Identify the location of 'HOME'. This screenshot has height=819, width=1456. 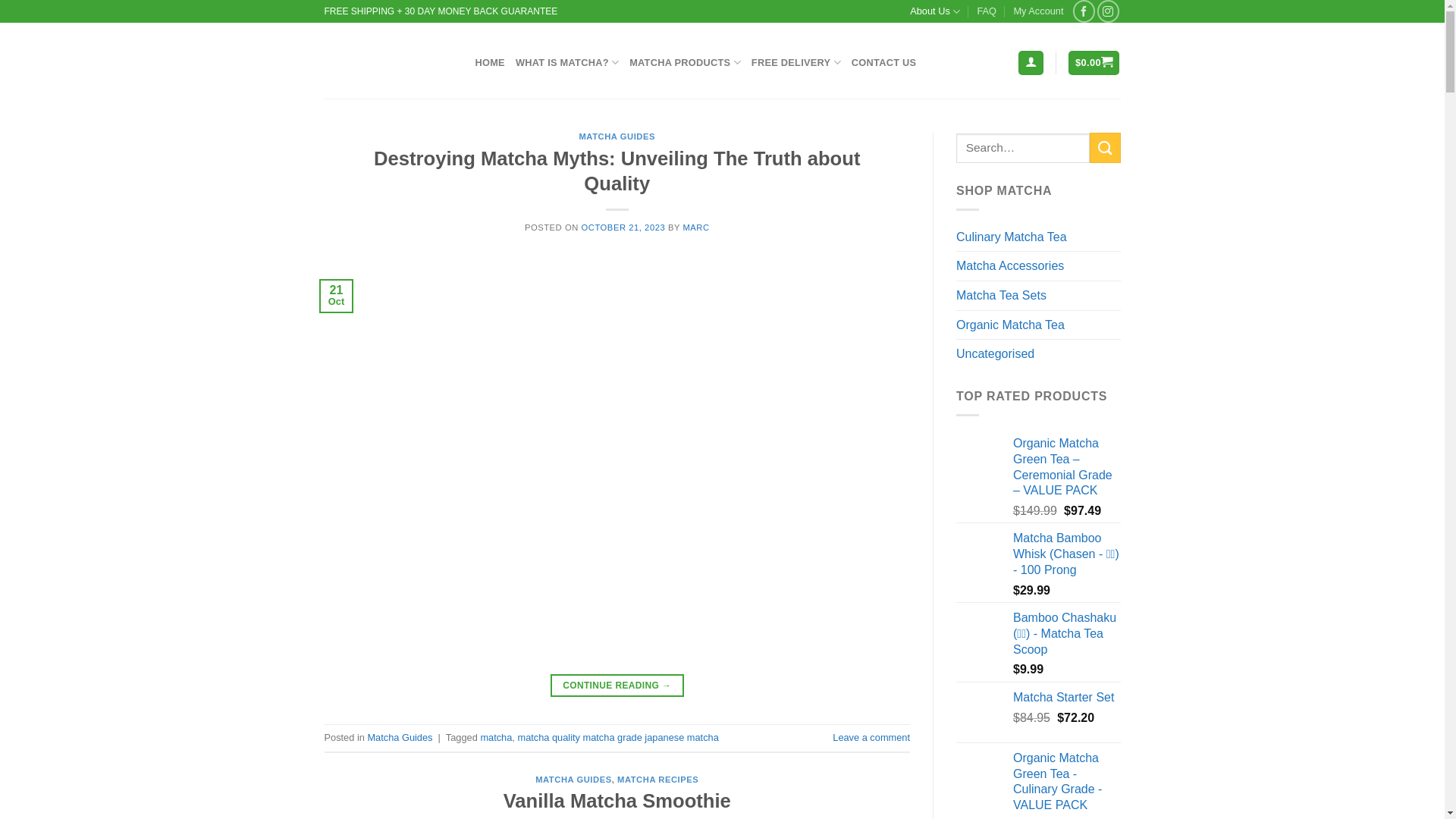
(489, 62).